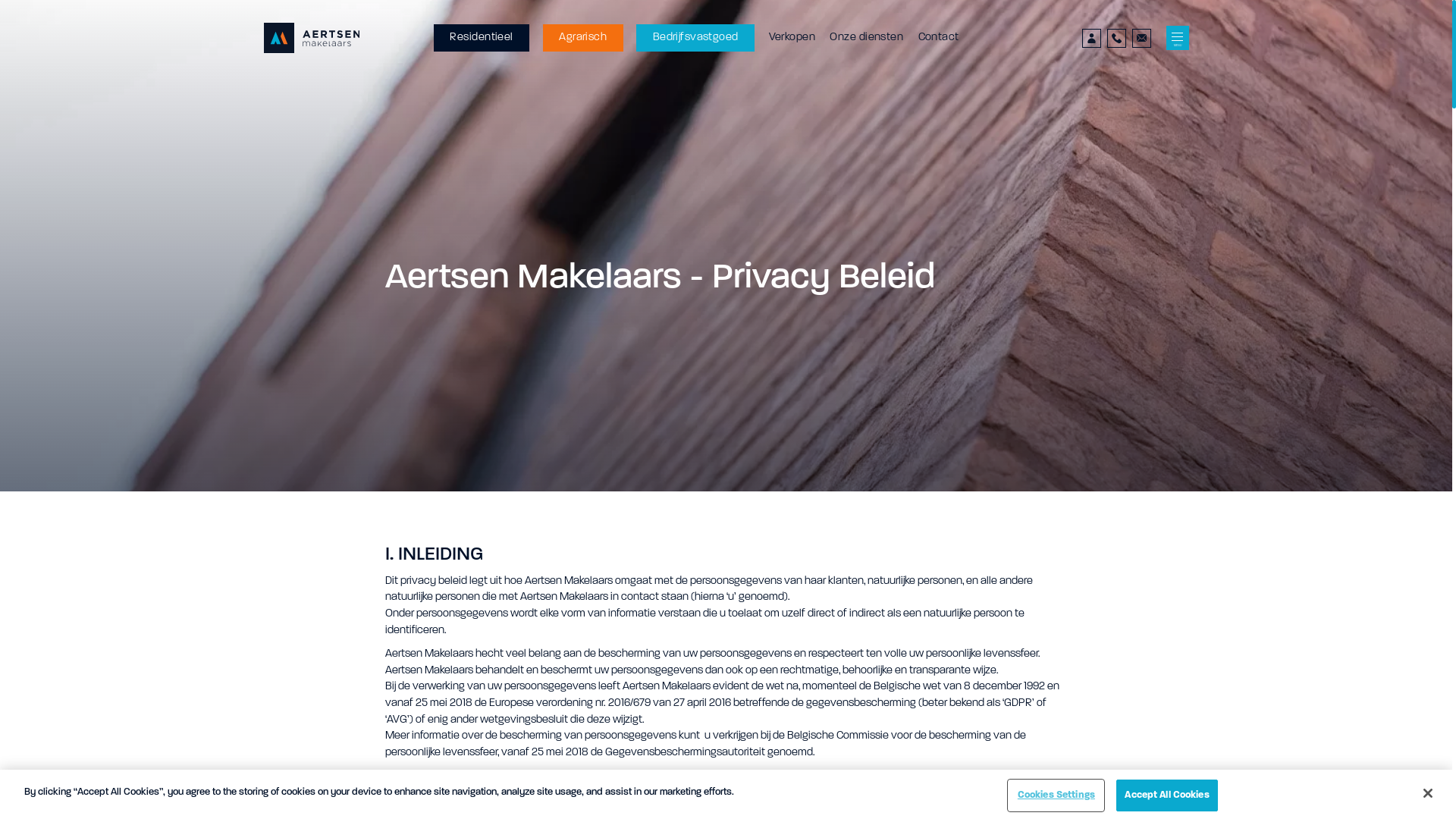 The height and width of the screenshot is (819, 1456). Describe the element at coordinates (1090, 37) in the screenshot. I see `'Gebruikerslogin'` at that location.